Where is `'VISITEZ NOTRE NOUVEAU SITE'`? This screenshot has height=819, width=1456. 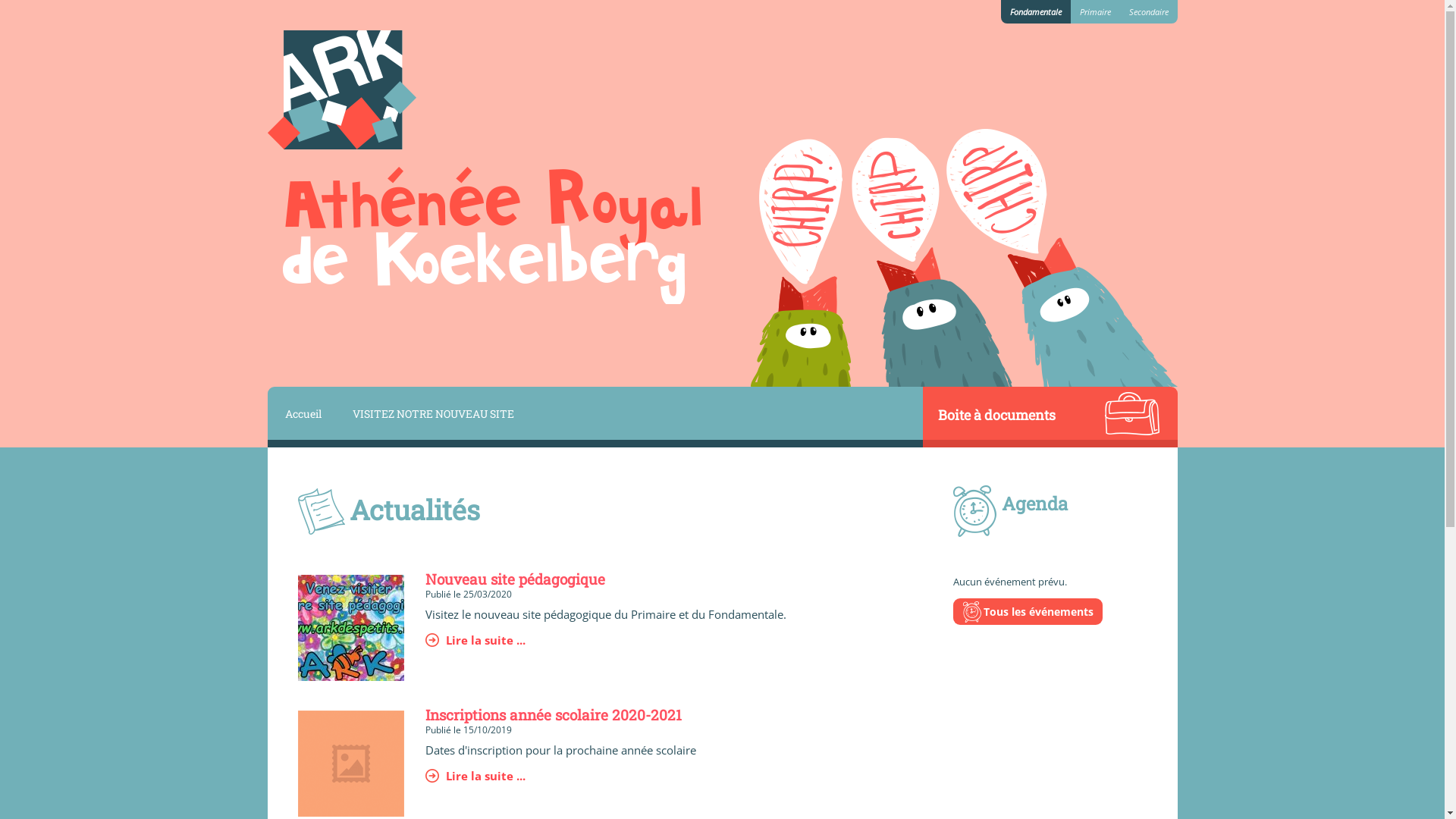 'VISITEZ NOTRE NOUVEAU SITE' is located at coordinates (431, 413).